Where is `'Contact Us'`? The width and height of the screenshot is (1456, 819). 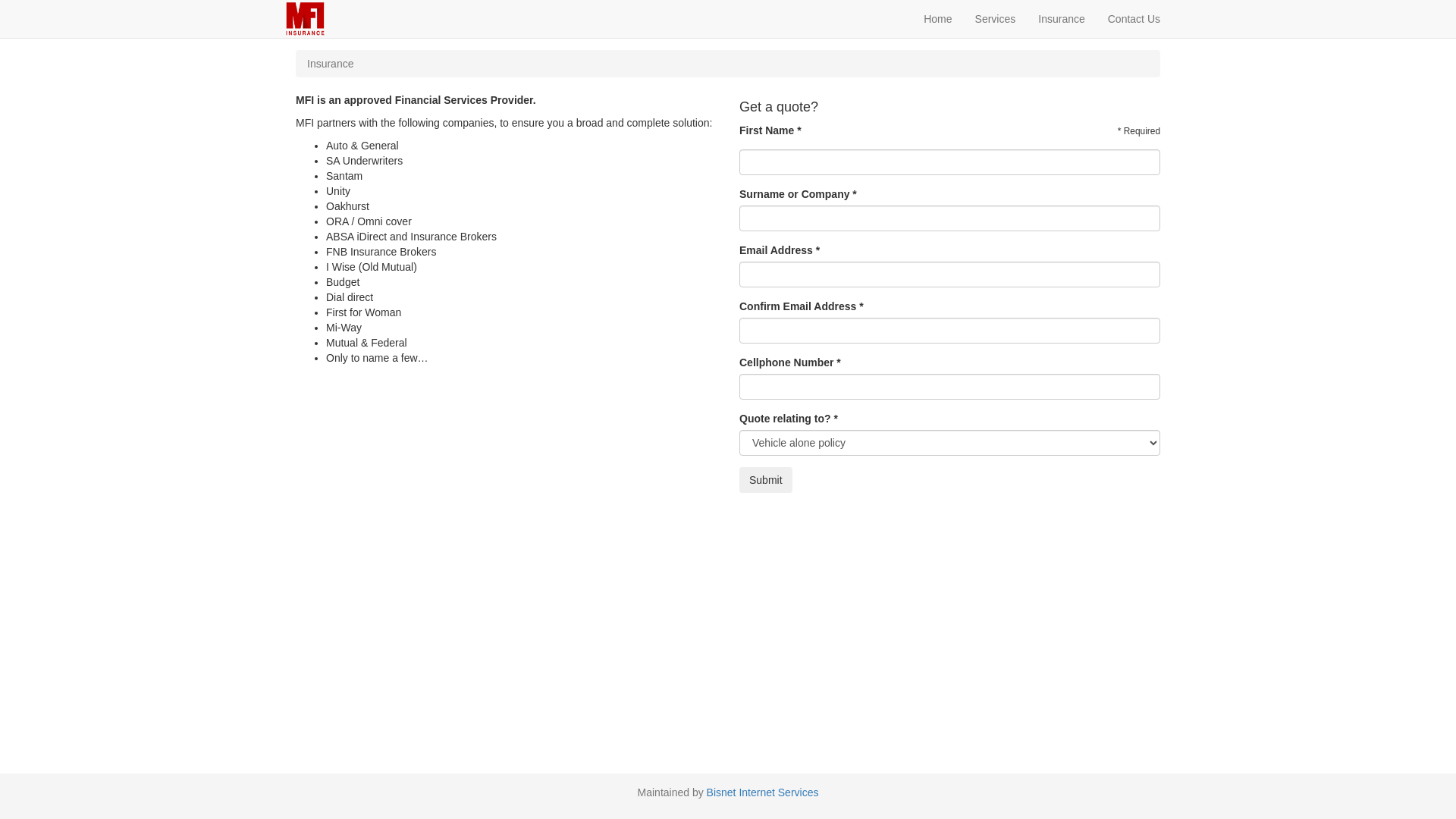 'Contact Us' is located at coordinates (1134, 18).